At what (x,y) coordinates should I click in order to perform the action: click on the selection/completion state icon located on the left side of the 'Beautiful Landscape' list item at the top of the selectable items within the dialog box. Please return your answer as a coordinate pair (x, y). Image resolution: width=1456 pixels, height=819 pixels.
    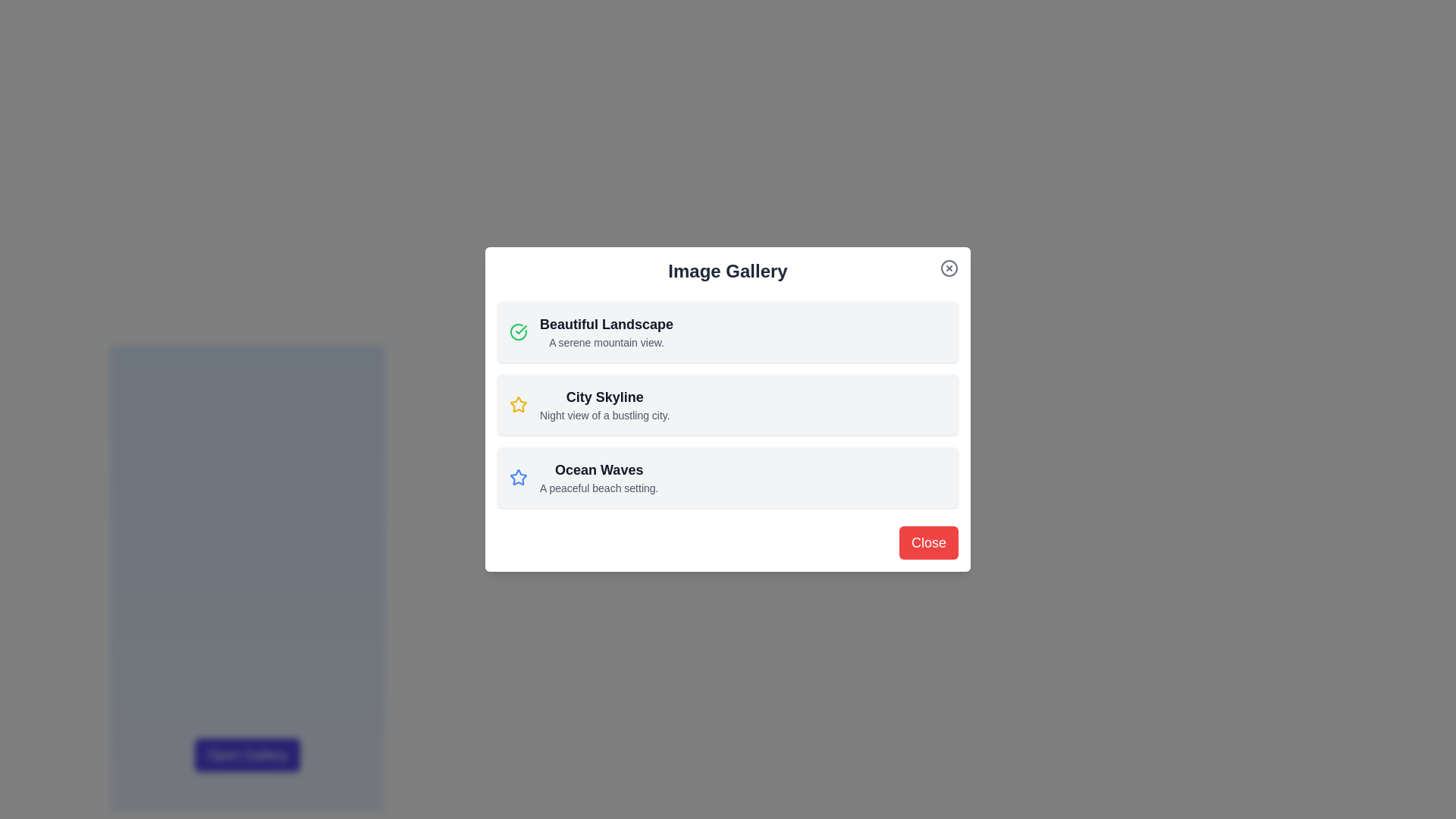
    Looking at the image, I should click on (519, 331).